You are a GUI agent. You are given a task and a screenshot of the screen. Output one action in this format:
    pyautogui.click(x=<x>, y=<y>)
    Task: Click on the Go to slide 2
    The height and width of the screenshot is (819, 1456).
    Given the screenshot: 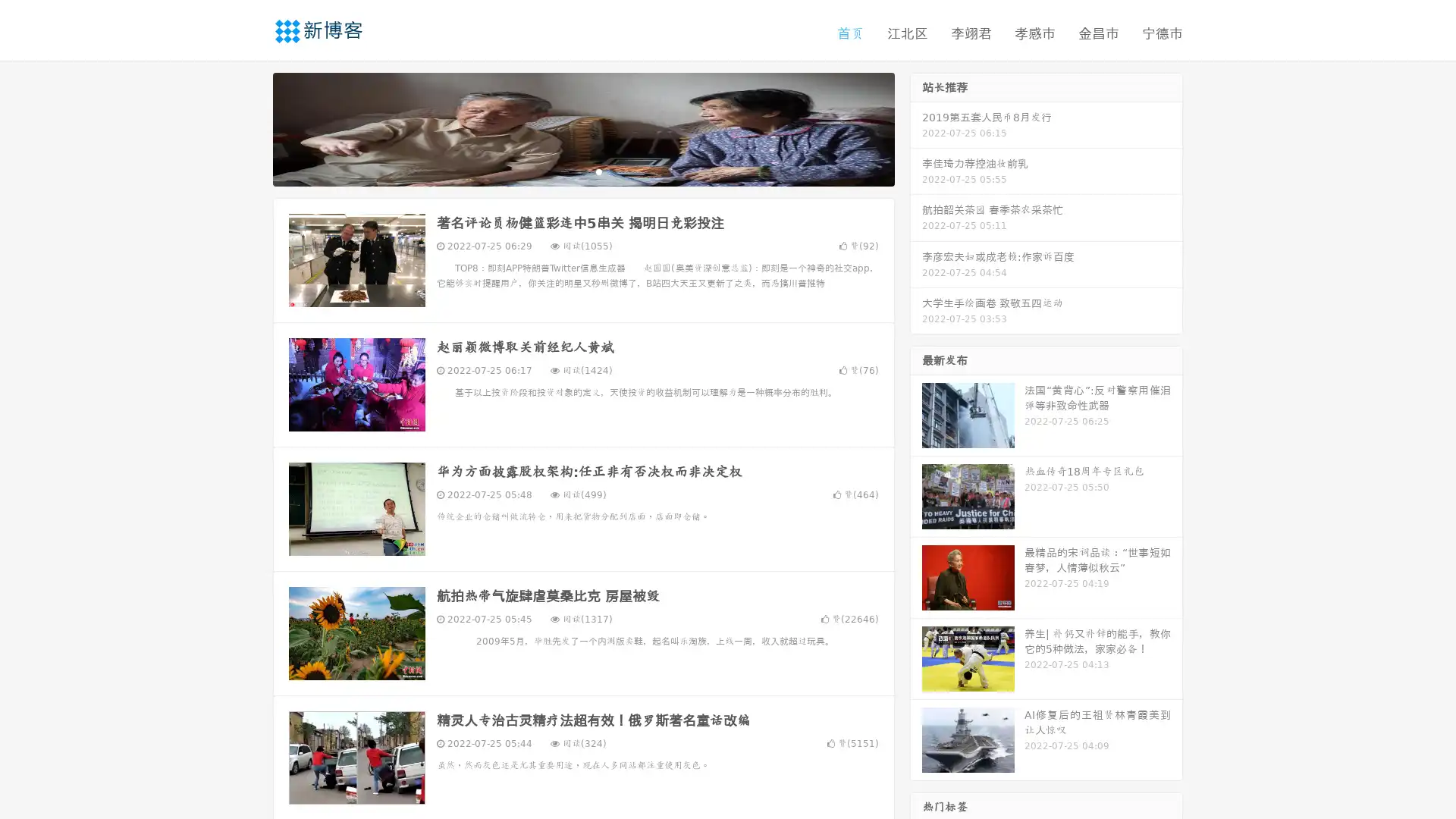 What is the action you would take?
    pyautogui.click(x=582, y=171)
    